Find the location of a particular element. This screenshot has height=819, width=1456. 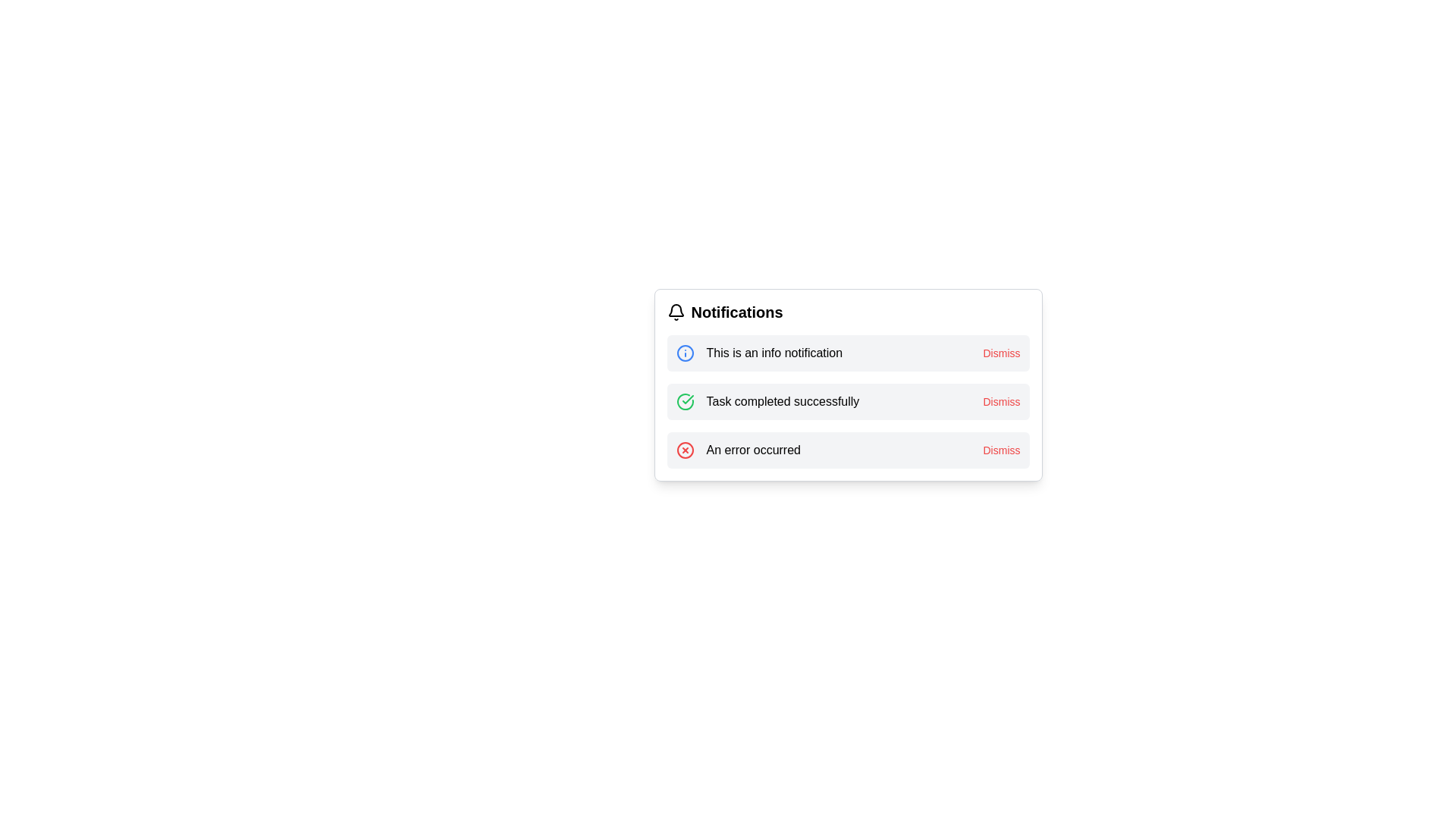

the circular red icon with a white background and a red 'X' symbolizing an error, located to the left of the text 'An error occurred' in the lower row of the notification component is located at coordinates (684, 450).